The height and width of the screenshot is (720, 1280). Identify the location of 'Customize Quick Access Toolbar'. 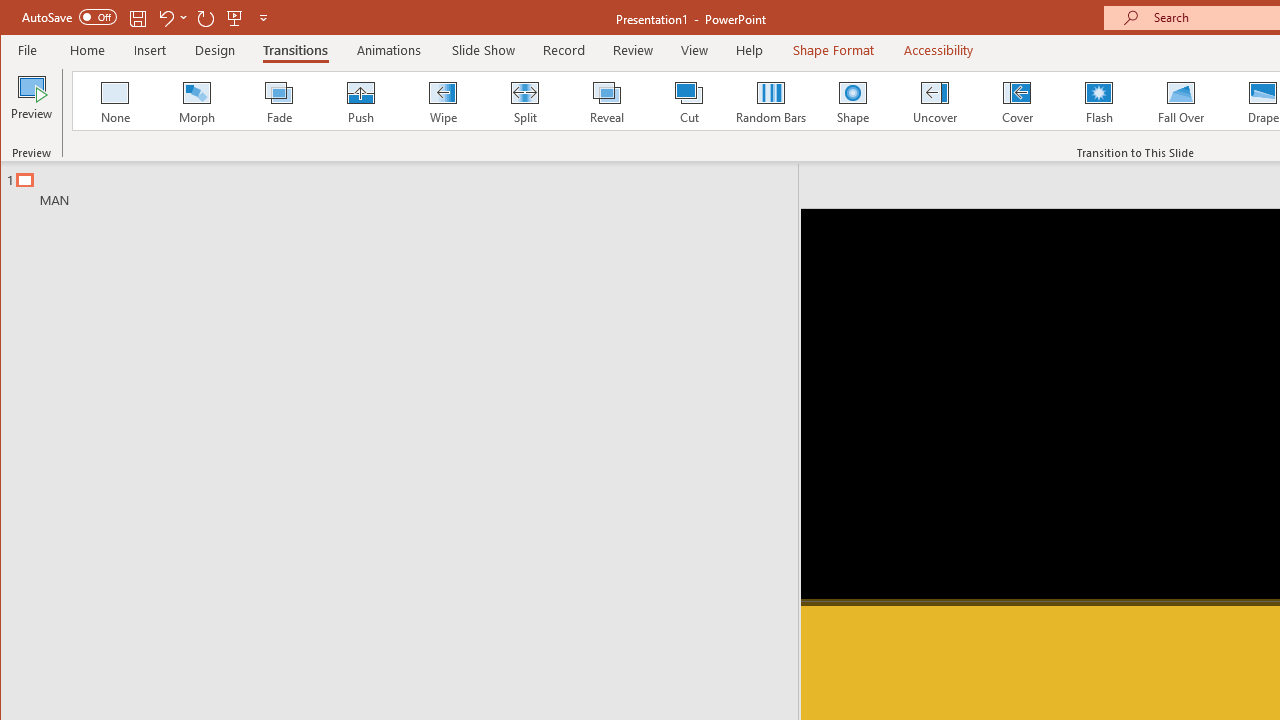
(262, 17).